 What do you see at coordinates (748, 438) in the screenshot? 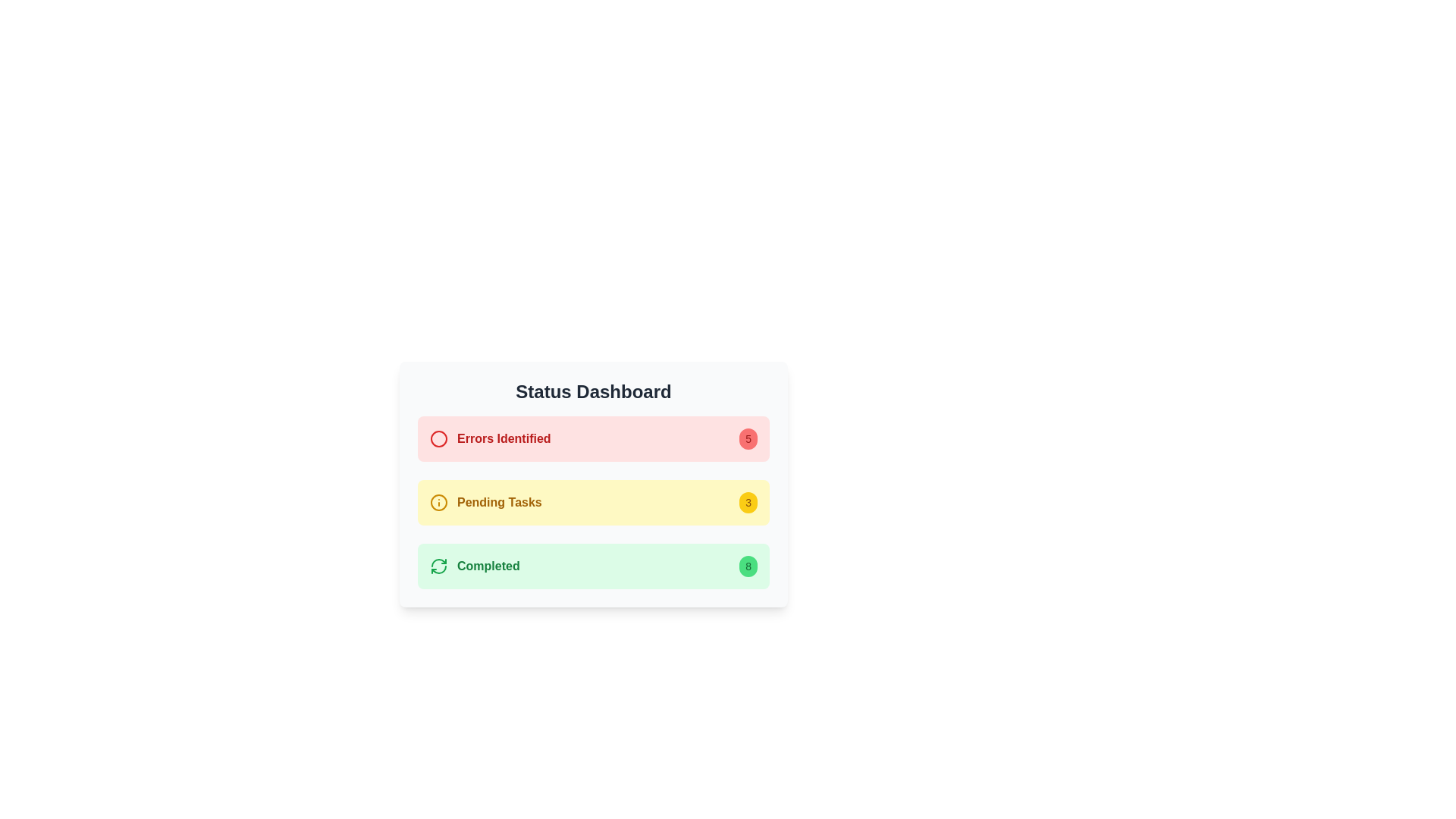
I see `the small circular badge with a red background displaying the number '5'` at bounding box center [748, 438].